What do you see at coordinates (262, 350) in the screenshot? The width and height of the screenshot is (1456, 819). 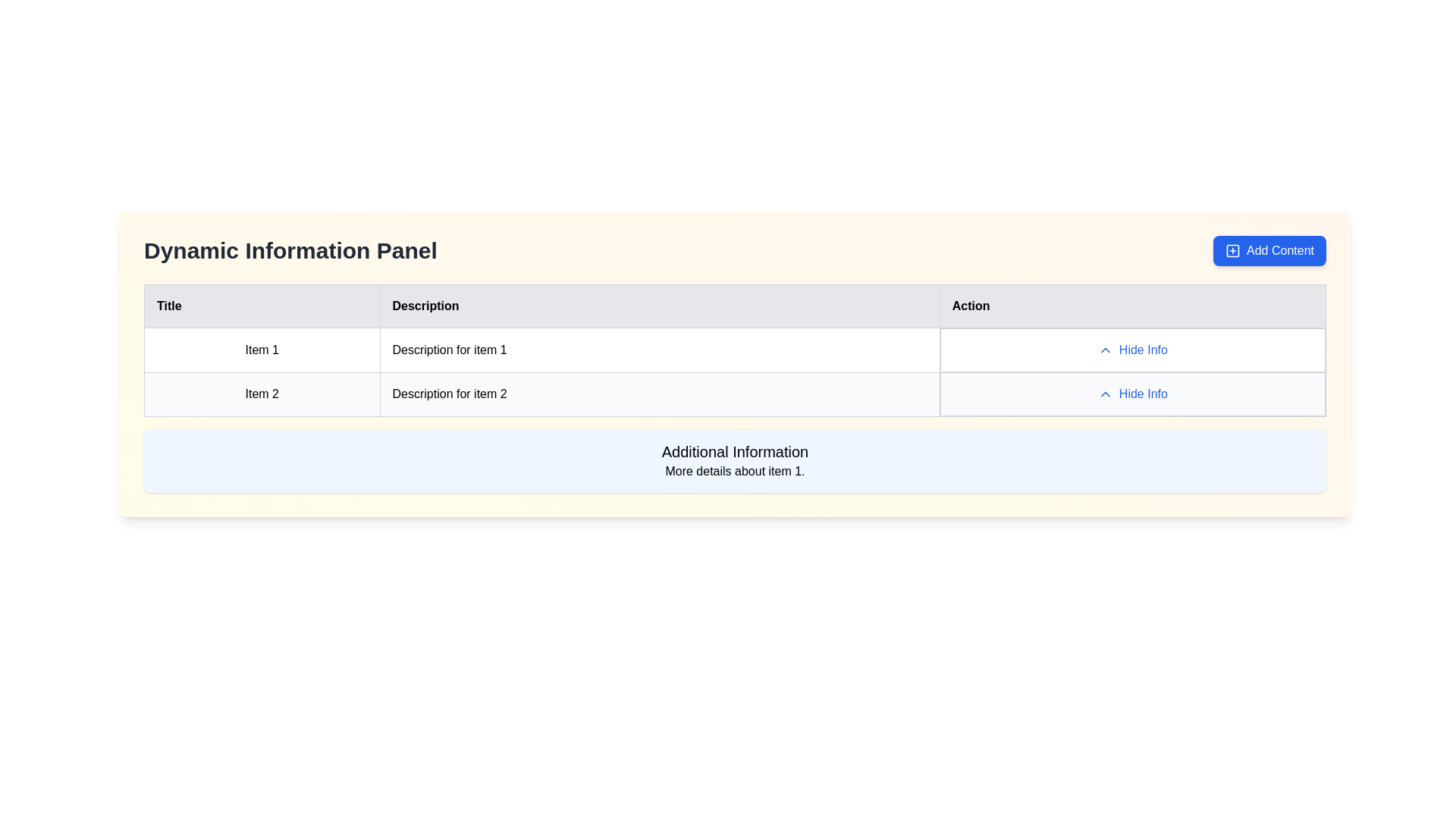 I see `the text label 'Item 1' located in the 'Title' column of the table, which is the first row entry adjacent to 'Description for item 1'` at bounding box center [262, 350].